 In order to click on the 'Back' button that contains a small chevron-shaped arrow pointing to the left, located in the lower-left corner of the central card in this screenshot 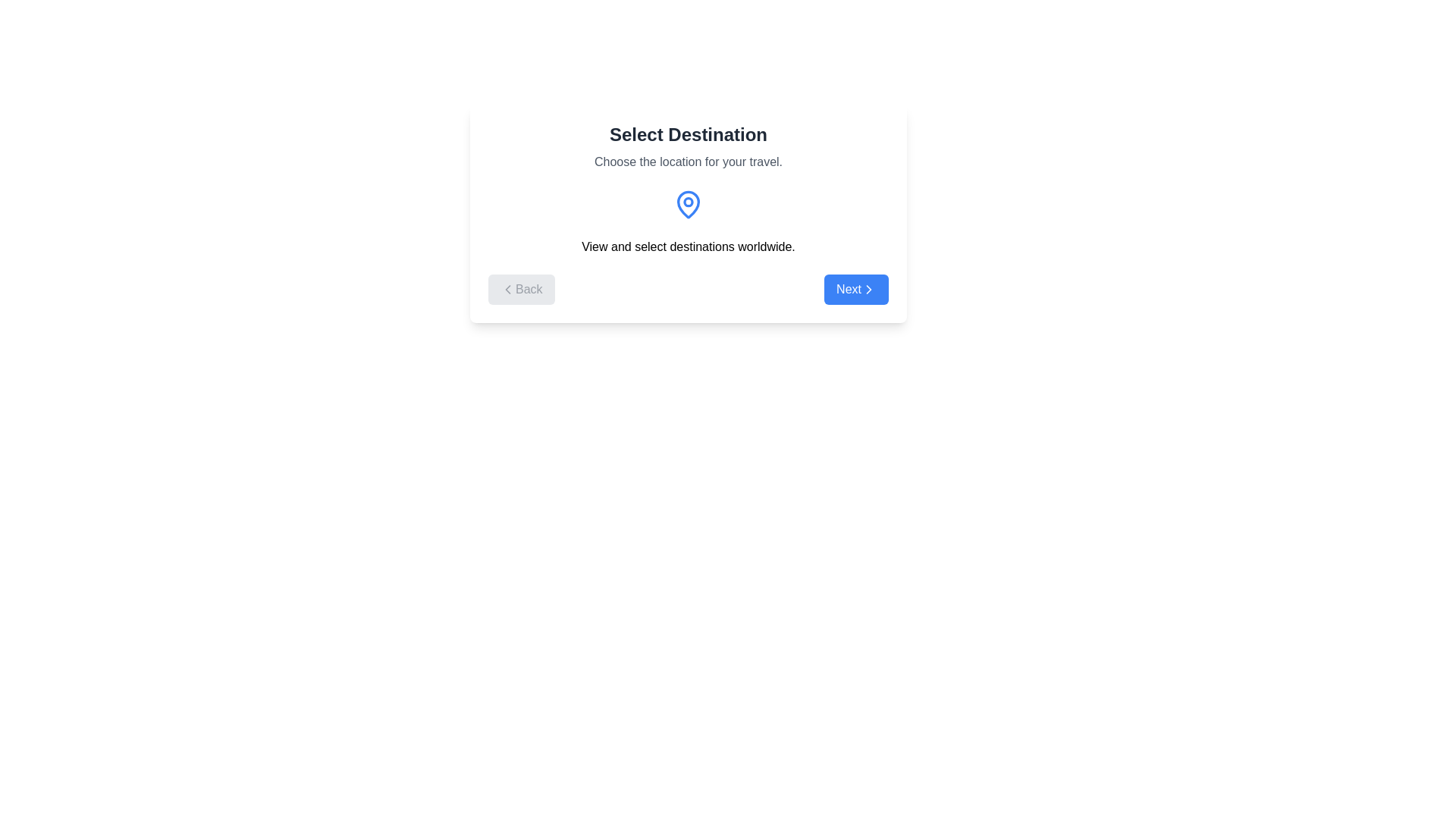, I will do `click(508, 289)`.